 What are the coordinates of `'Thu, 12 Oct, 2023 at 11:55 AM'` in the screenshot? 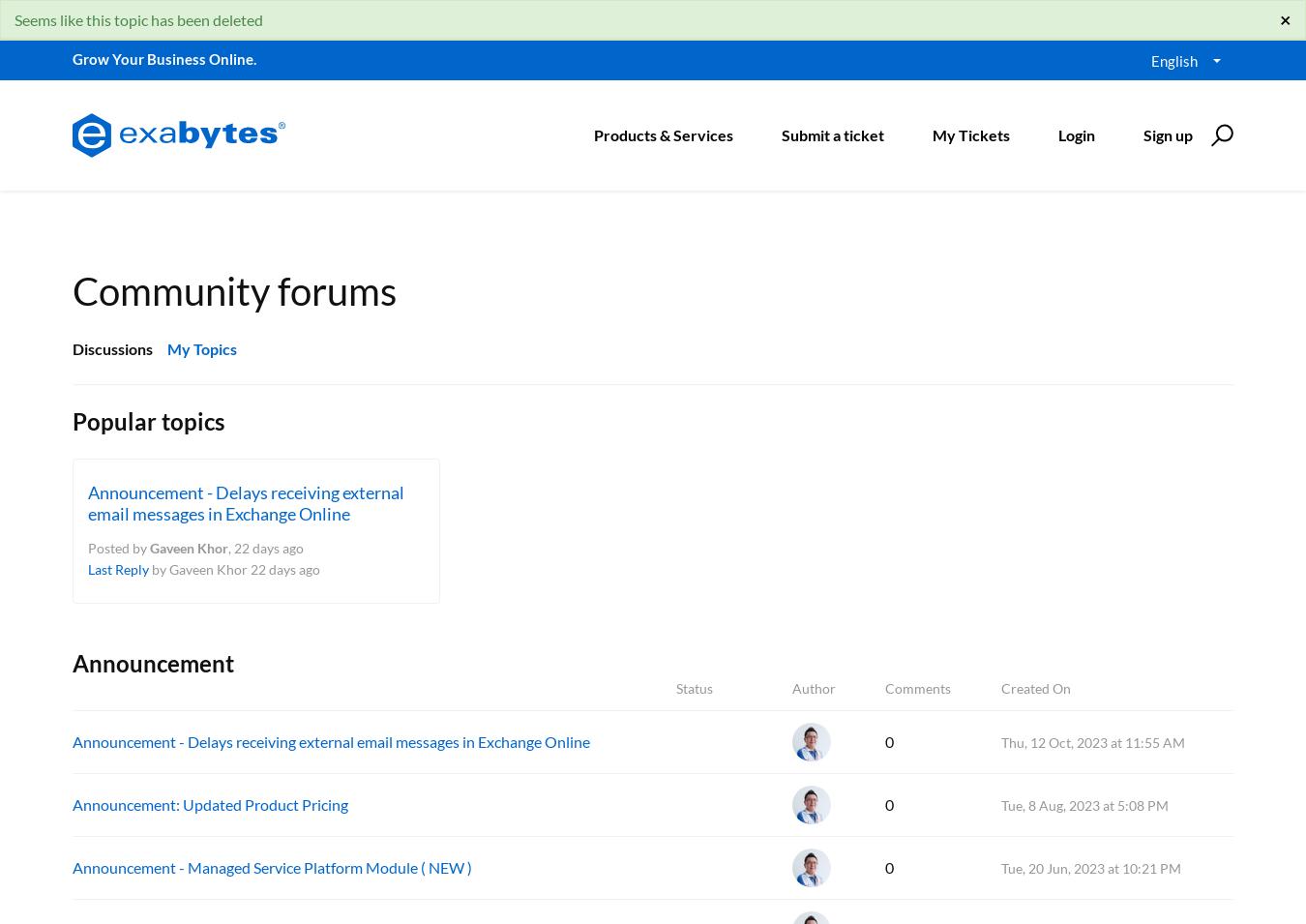 It's located at (1001, 741).